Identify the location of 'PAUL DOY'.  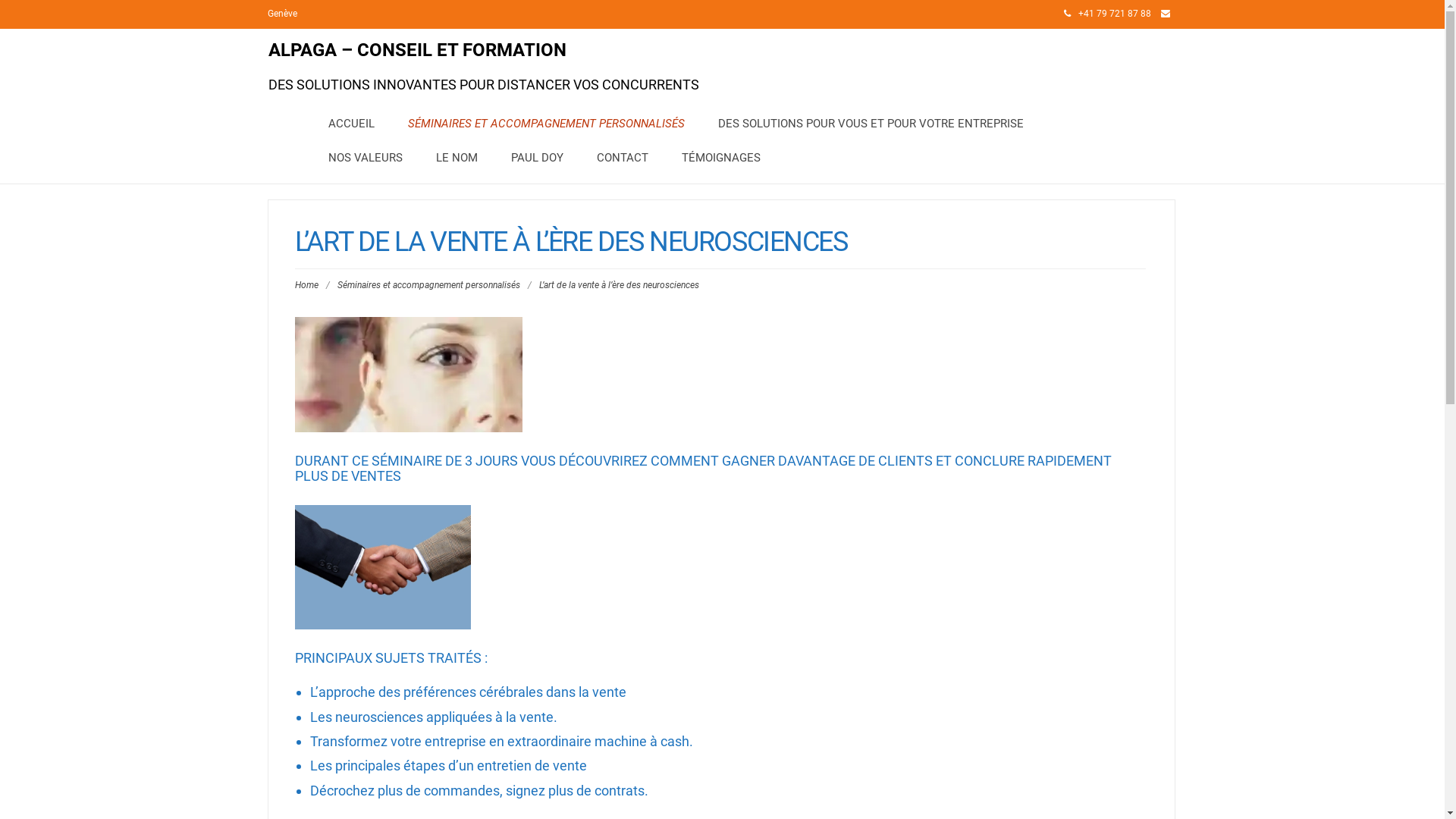
(537, 158).